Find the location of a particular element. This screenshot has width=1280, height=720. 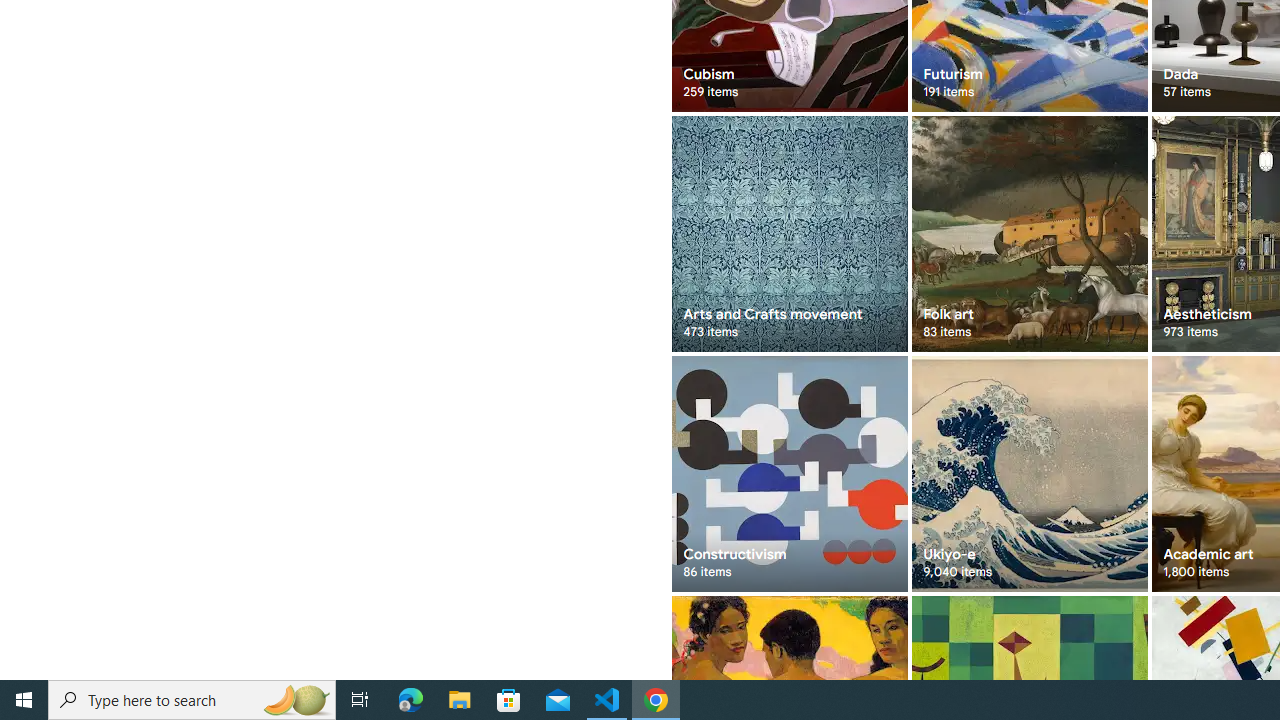

'Ukiyo-e 9,040 items' is located at coordinates (1029, 473).